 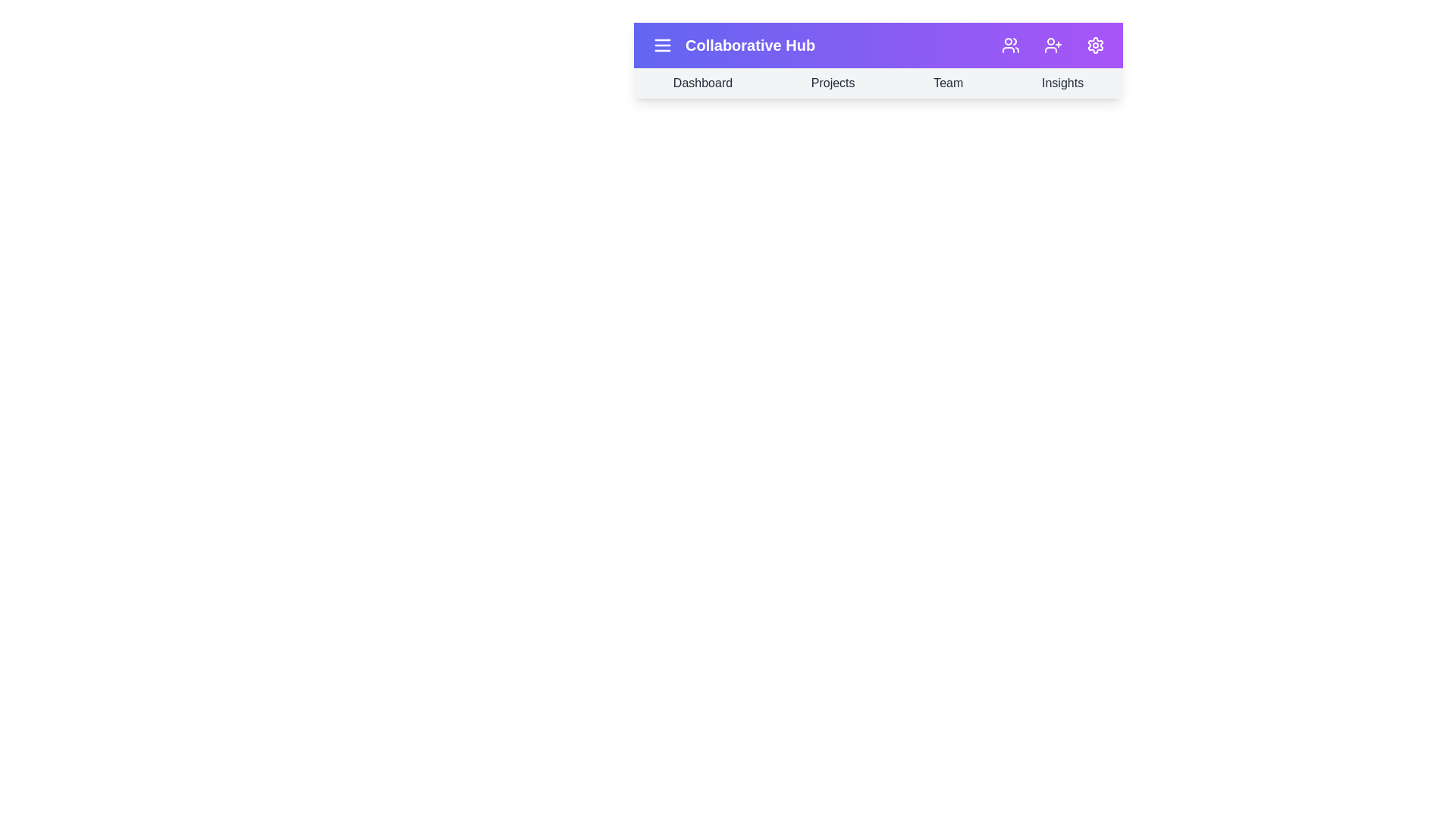 What do you see at coordinates (1062, 83) in the screenshot?
I see `the navigation bar section corresponding to Insights` at bounding box center [1062, 83].